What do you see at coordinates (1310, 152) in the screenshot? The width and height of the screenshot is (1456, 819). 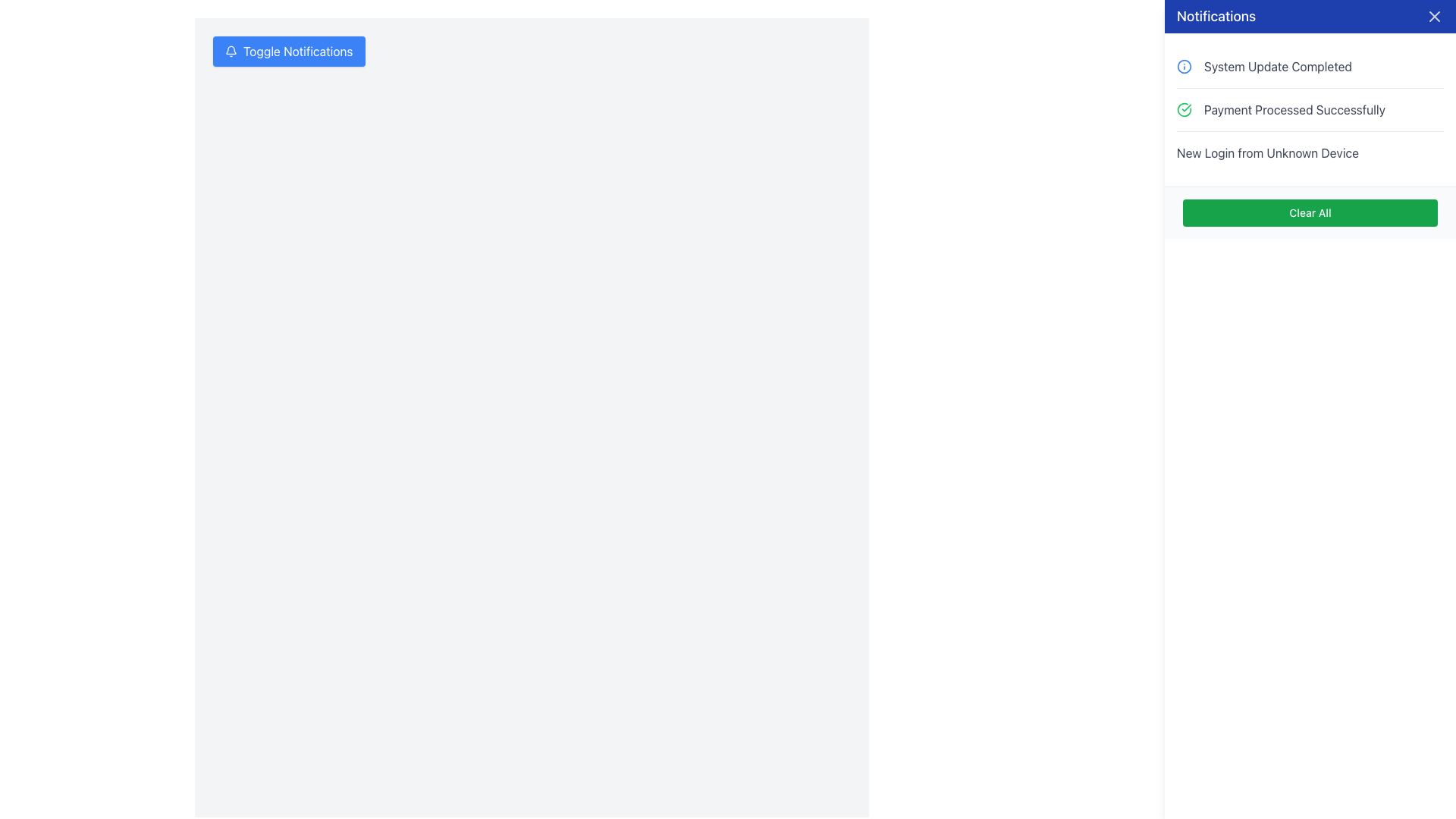 I see `static text element that informs the user about a recent login from an unrecognized device, which is the third entry in the notification list under the 'Notifications' header` at bounding box center [1310, 152].